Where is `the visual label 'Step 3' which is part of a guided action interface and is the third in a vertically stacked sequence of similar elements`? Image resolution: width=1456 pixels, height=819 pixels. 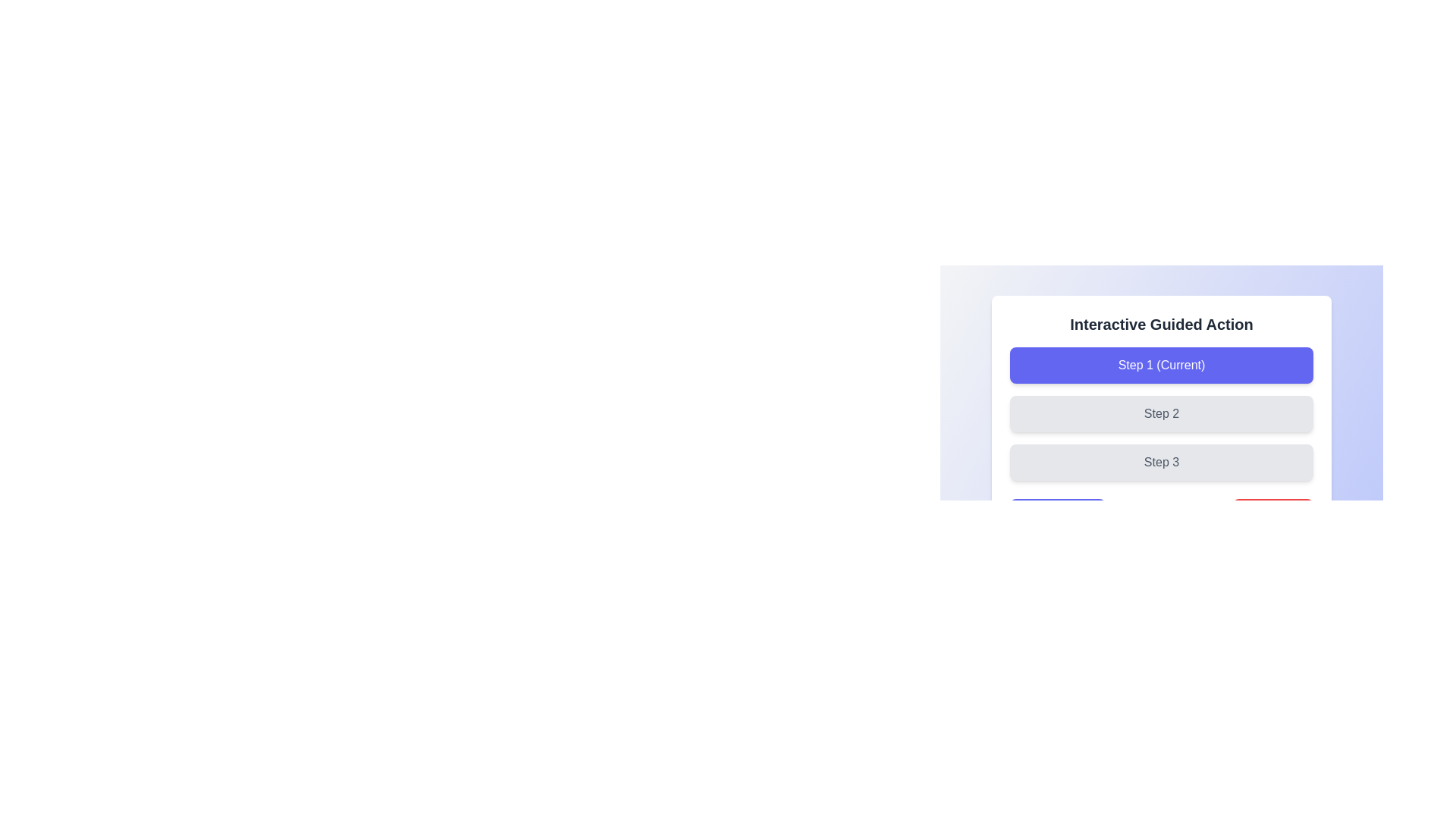 the visual label 'Step 3' which is part of a guided action interface and is the third in a vertically stacked sequence of similar elements is located at coordinates (1160, 461).